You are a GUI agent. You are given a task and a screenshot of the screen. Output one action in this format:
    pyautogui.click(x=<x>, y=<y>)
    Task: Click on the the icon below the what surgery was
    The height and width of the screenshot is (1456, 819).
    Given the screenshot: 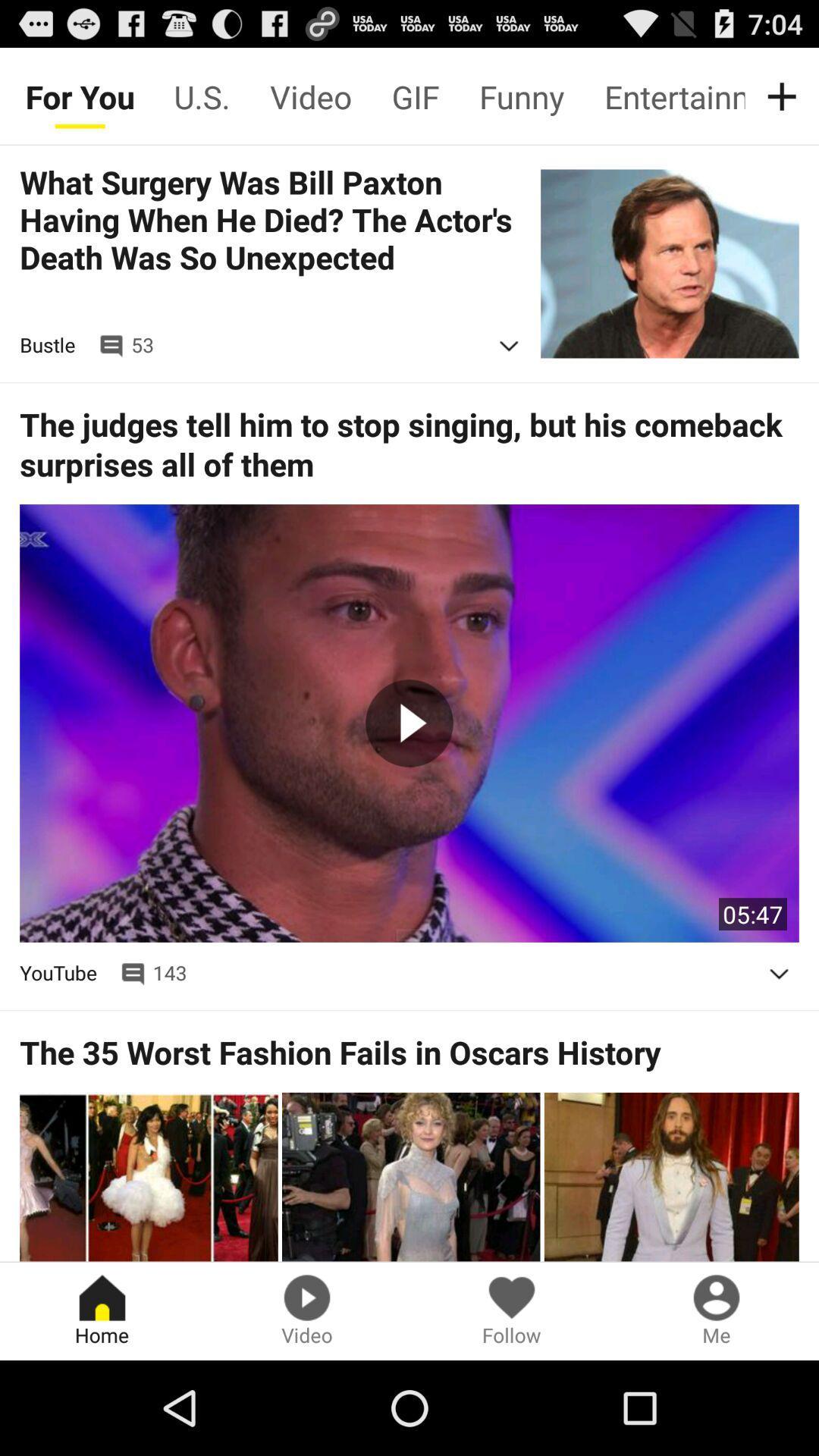 What is the action you would take?
    pyautogui.click(x=509, y=345)
    